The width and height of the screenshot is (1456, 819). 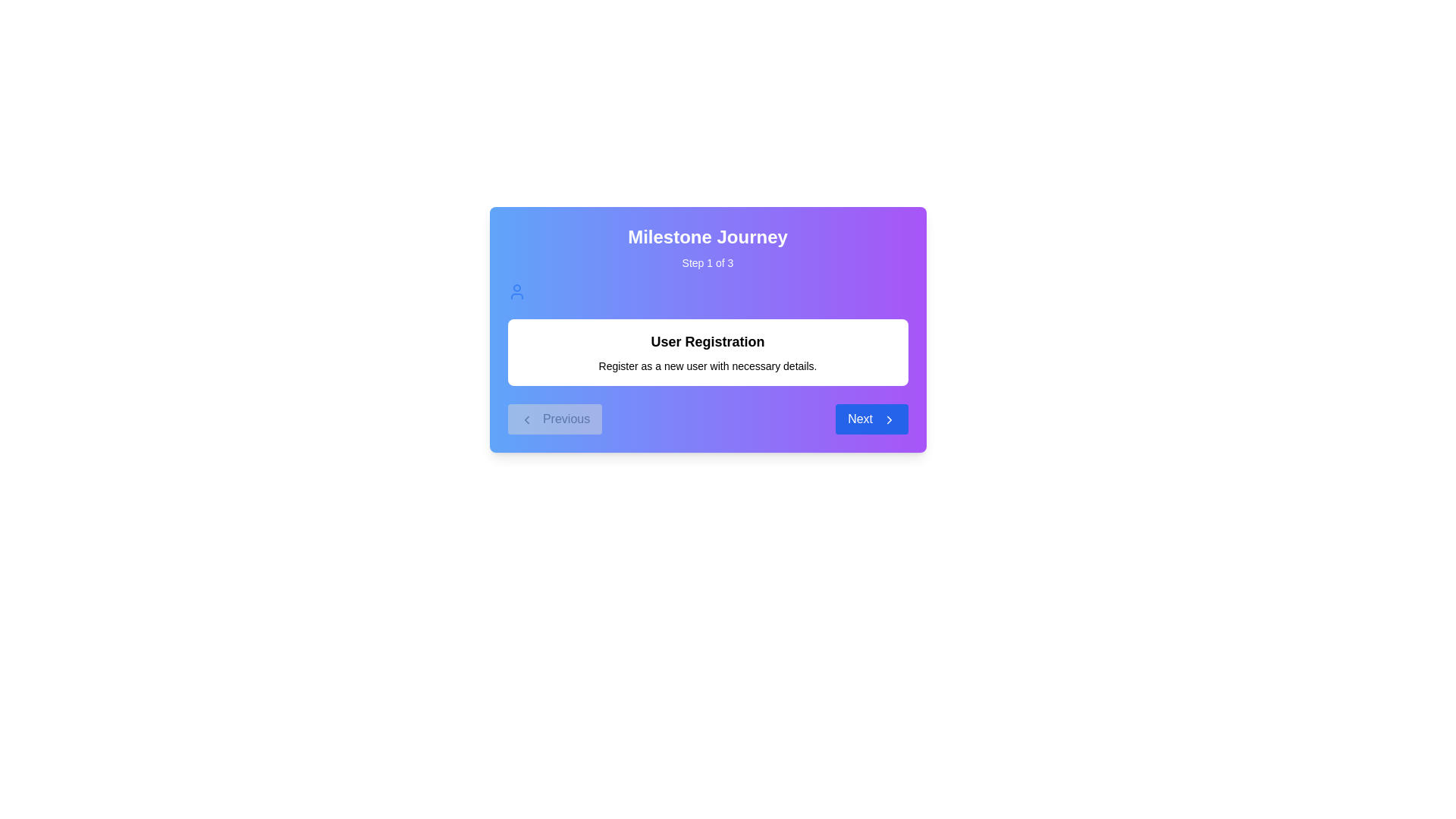 What do you see at coordinates (707, 262) in the screenshot?
I see `the informational static text indicating the user is on the first of three steps in the process, located under the 'Milestone Journey' headline` at bounding box center [707, 262].